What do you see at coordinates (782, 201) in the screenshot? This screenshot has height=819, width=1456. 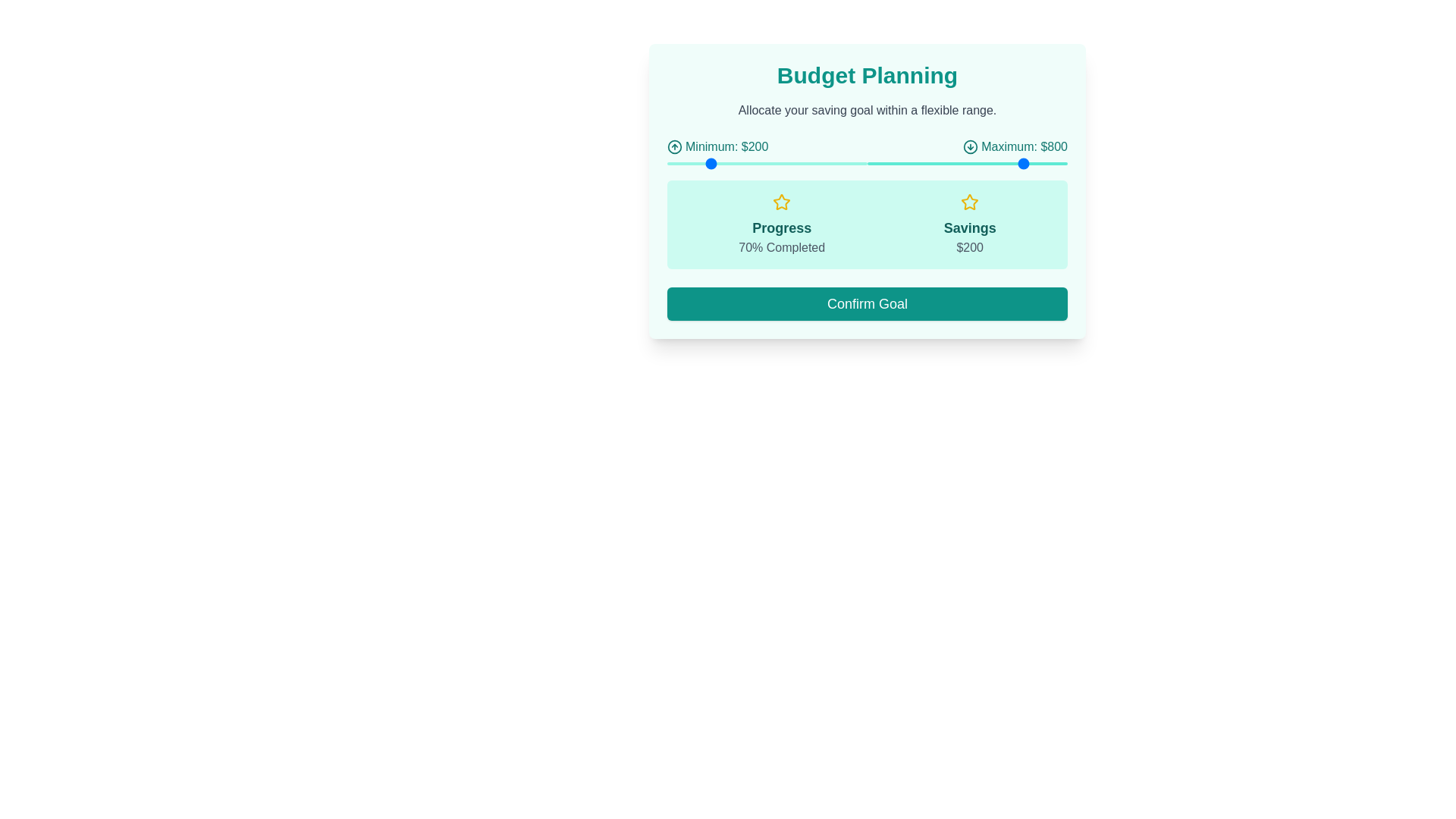 I see `the star icon with yellow outlines, which is located to the left of the 'Progress' label in the interface with teal and white background colors` at bounding box center [782, 201].